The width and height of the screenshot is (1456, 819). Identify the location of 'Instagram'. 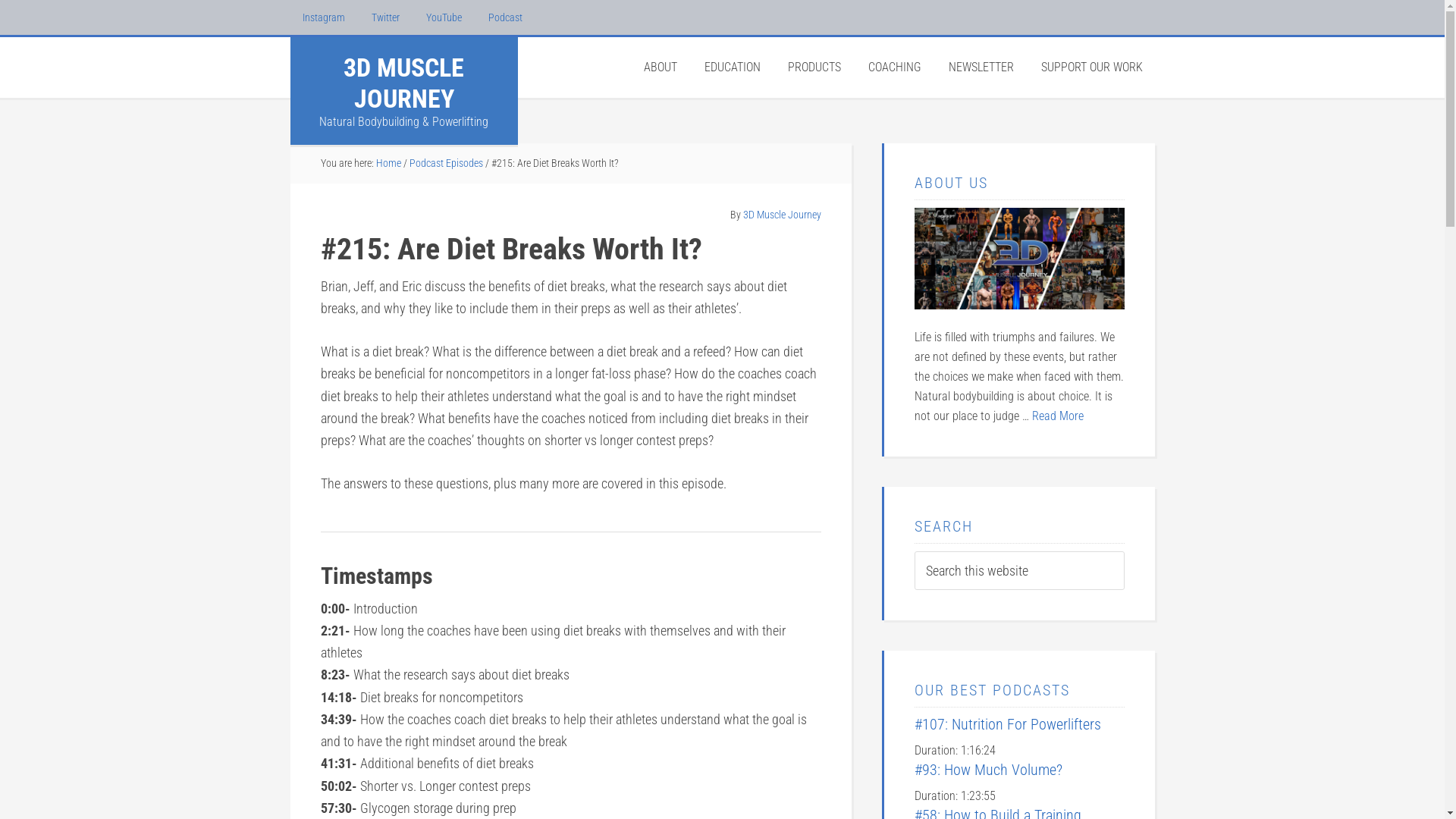
(290, 17).